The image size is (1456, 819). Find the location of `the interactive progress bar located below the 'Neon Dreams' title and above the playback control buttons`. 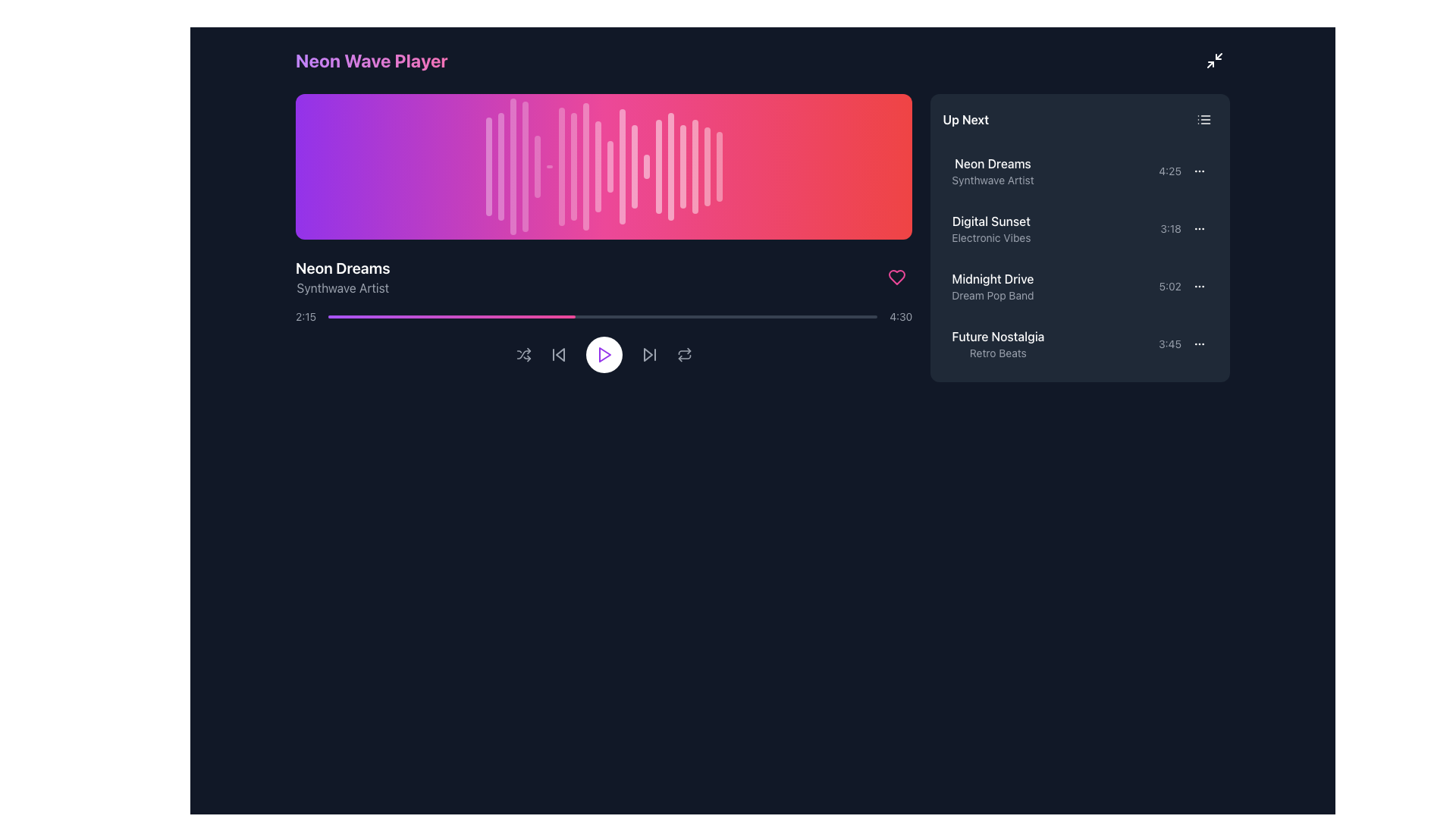

the interactive progress bar located below the 'Neon Dreams' title and above the playback control buttons is located at coordinates (603, 315).